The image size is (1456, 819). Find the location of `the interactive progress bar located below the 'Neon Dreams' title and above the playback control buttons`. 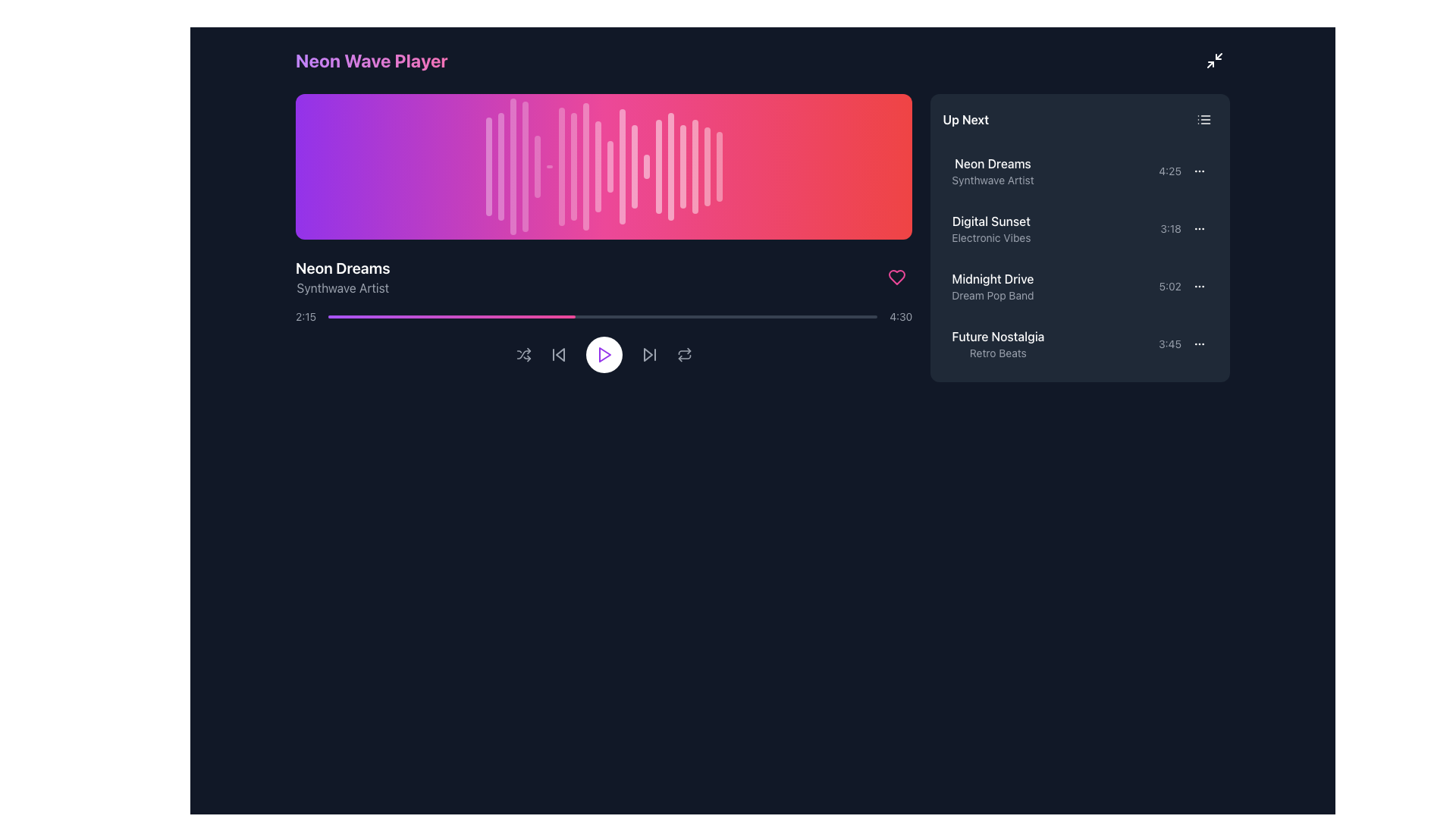

the interactive progress bar located below the 'Neon Dreams' title and above the playback control buttons is located at coordinates (603, 315).